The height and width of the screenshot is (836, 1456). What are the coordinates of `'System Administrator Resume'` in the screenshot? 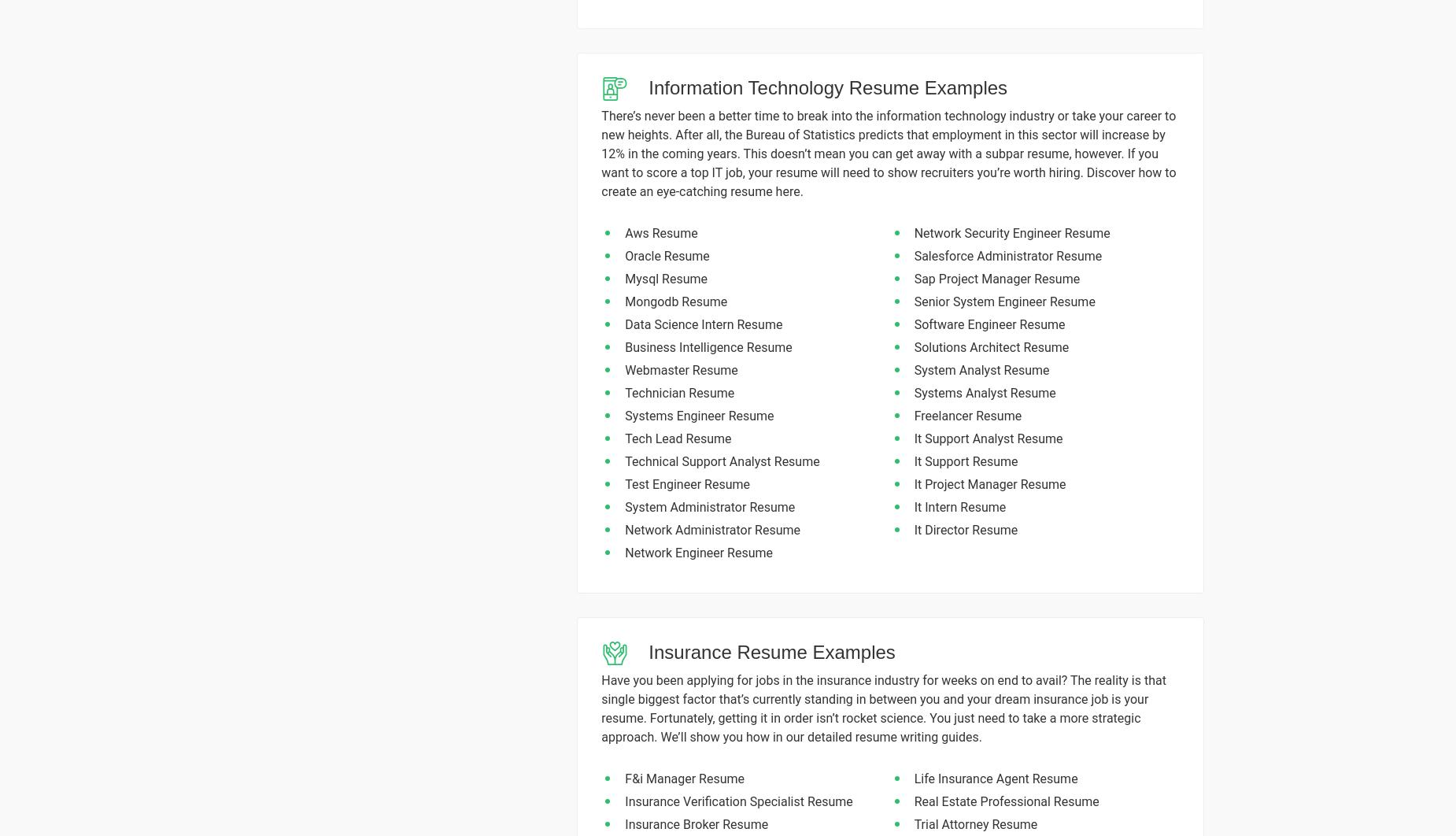 It's located at (710, 507).